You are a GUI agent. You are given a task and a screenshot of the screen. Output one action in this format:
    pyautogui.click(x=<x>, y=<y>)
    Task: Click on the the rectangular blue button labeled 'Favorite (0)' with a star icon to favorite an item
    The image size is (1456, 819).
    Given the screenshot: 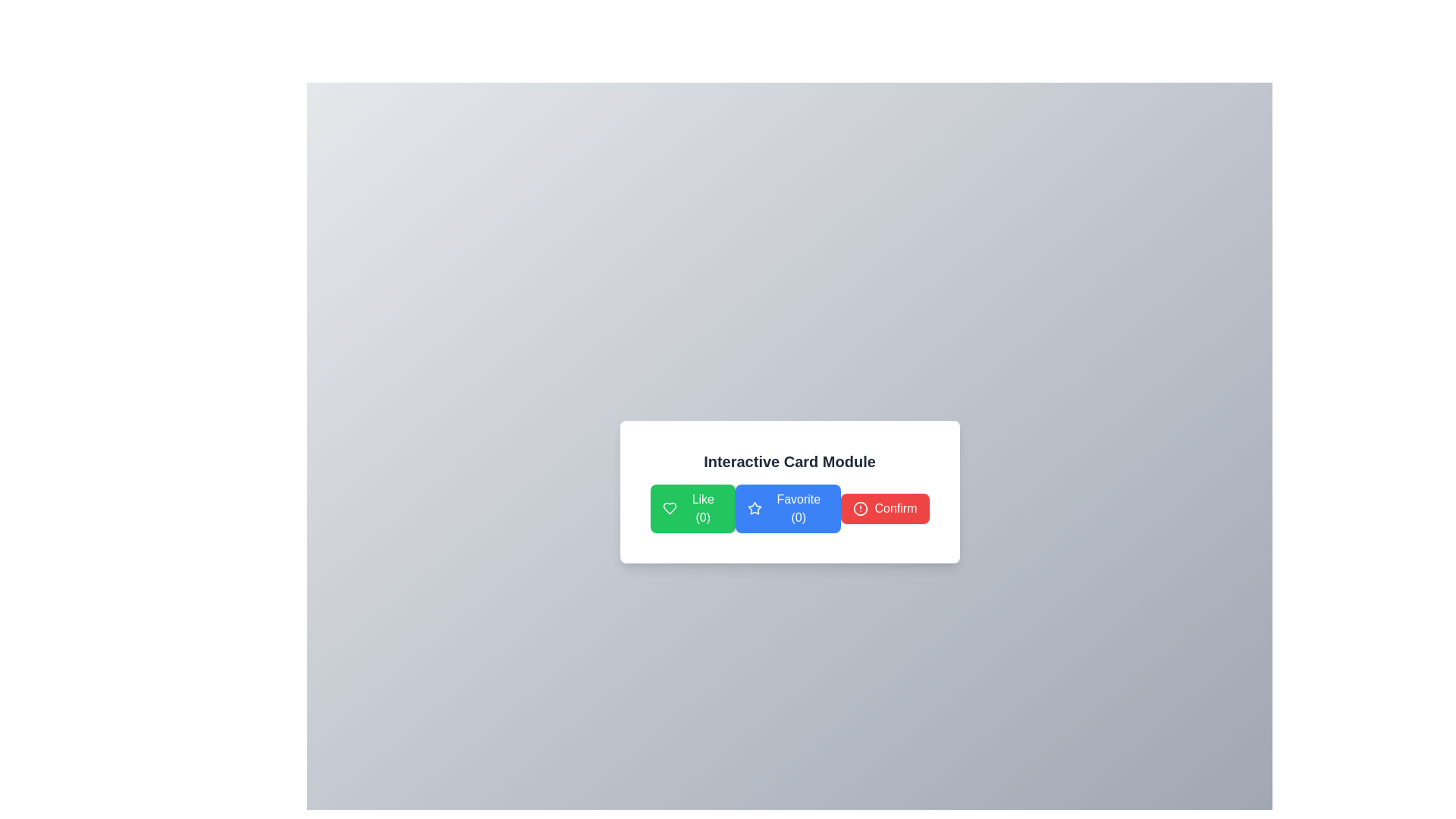 What is the action you would take?
    pyautogui.click(x=788, y=509)
    